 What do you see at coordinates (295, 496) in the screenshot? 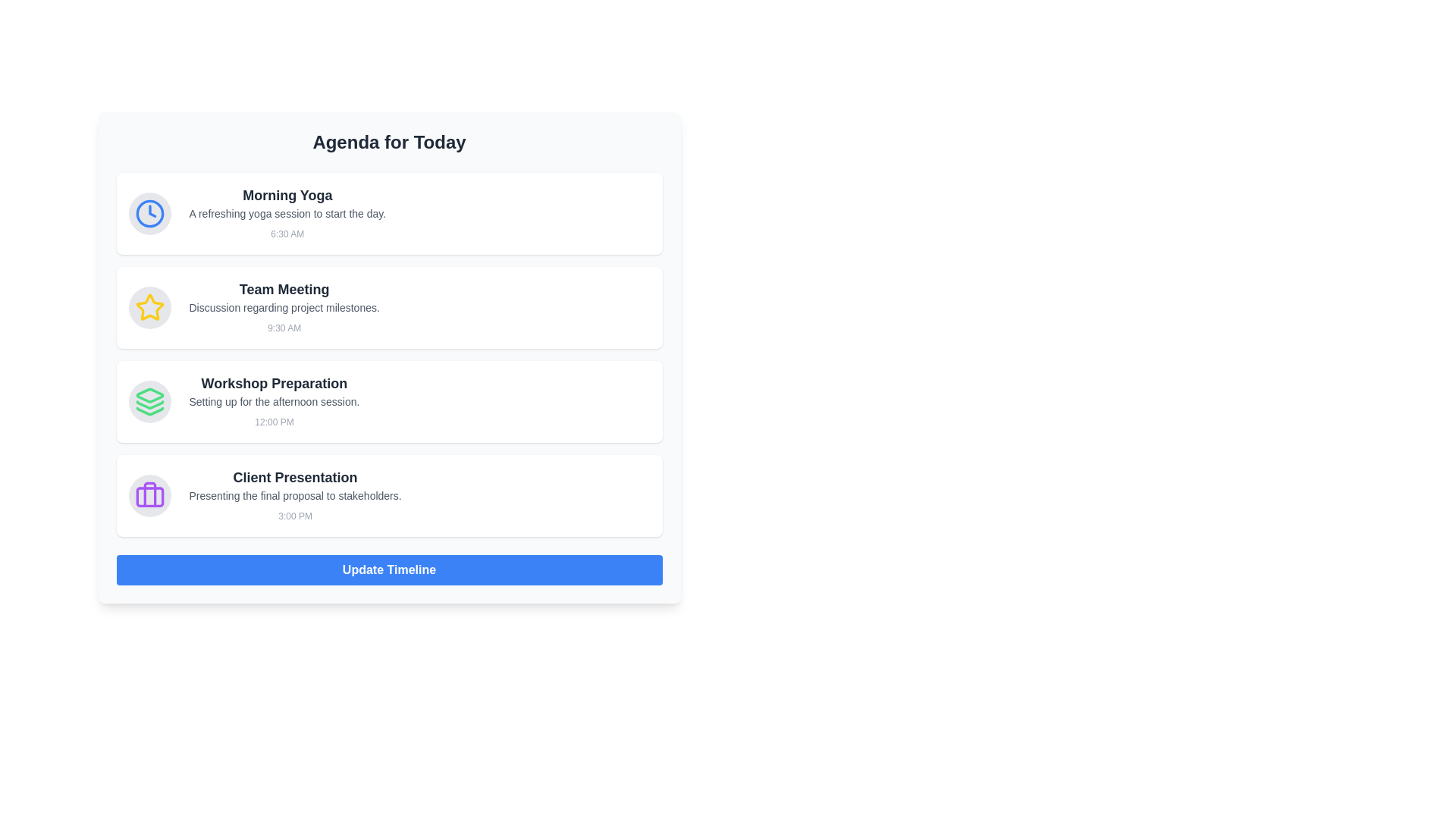
I see `the List item featuring the bold title 'Client Presentation', which includes a secondary description and a timestamp, positioned as the fourth entry in the vertical list` at bounding box center [295, 496].